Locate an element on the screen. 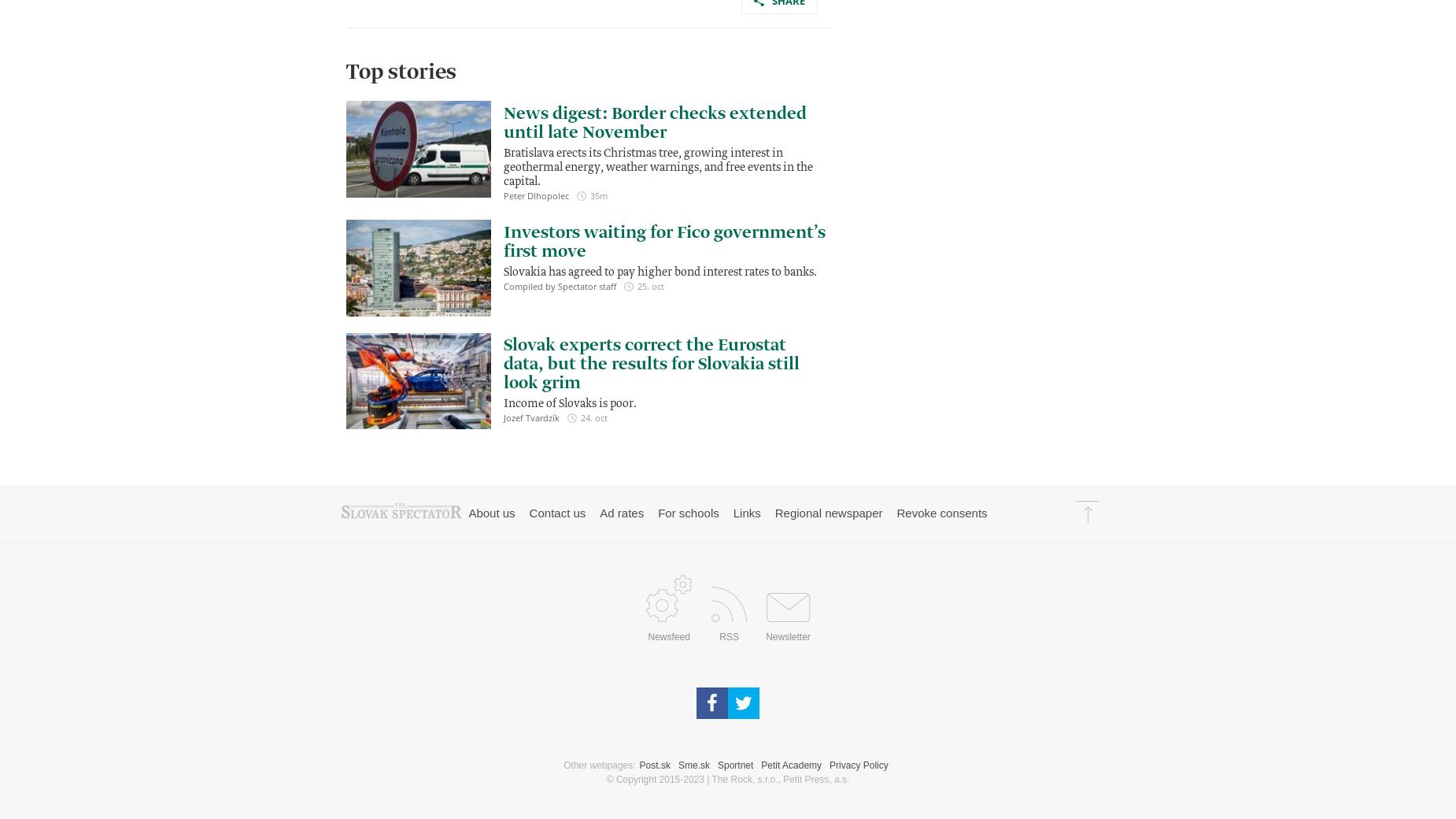 The width and height of the screenshot is (1456, 819). 'Contact
us' is located at coordinates (556, 784).